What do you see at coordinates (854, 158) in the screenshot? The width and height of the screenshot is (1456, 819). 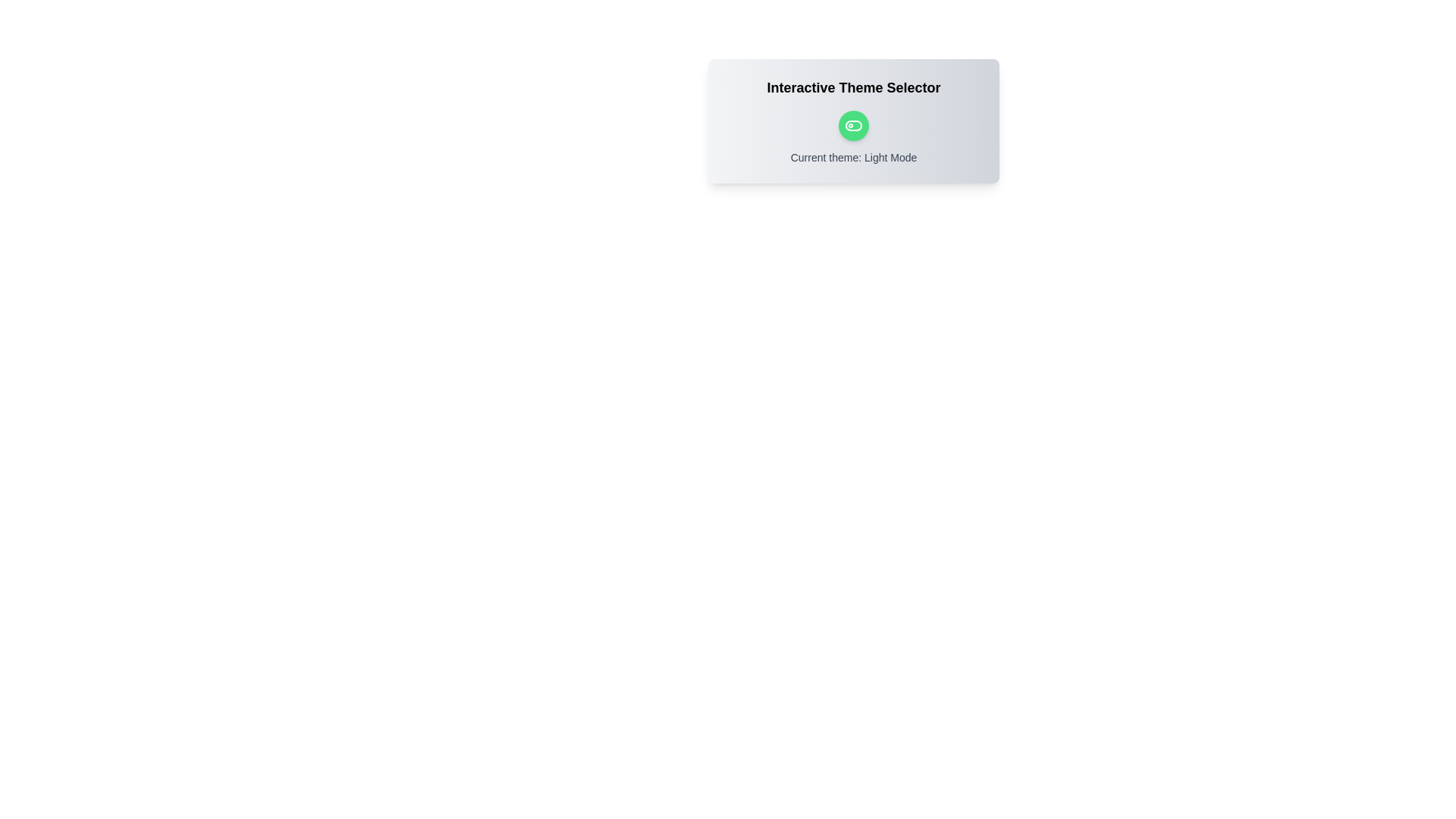 I see `the second text label that informs the user about the currently applied theme setting, located below 'Interactive Theme Selector' and adjacent to the toggle switch` at bounding box center [854, 158].